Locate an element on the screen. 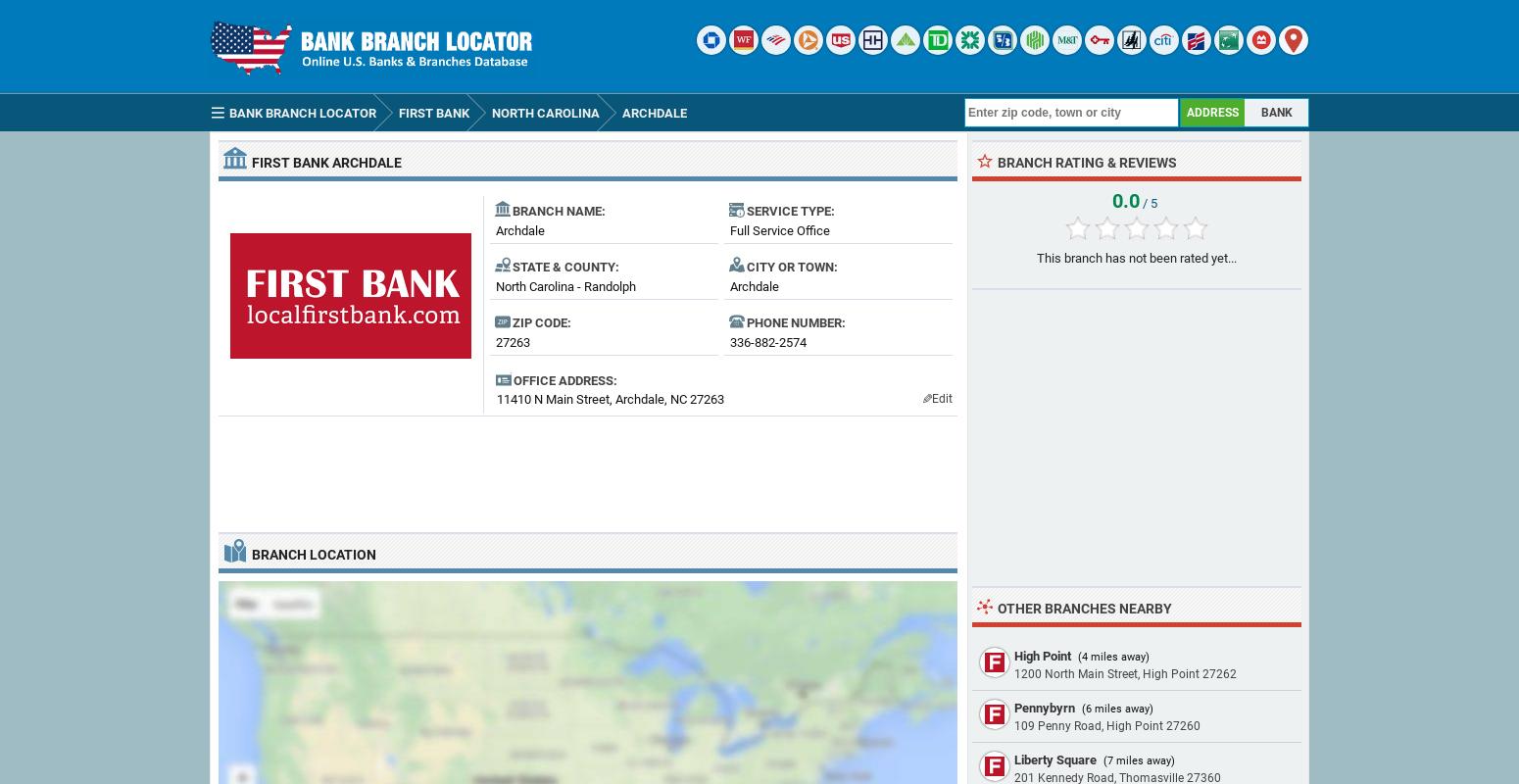 This screenshot has height=784, width=1519. '(7 miles away)' is located at coordinates (1136, 759).